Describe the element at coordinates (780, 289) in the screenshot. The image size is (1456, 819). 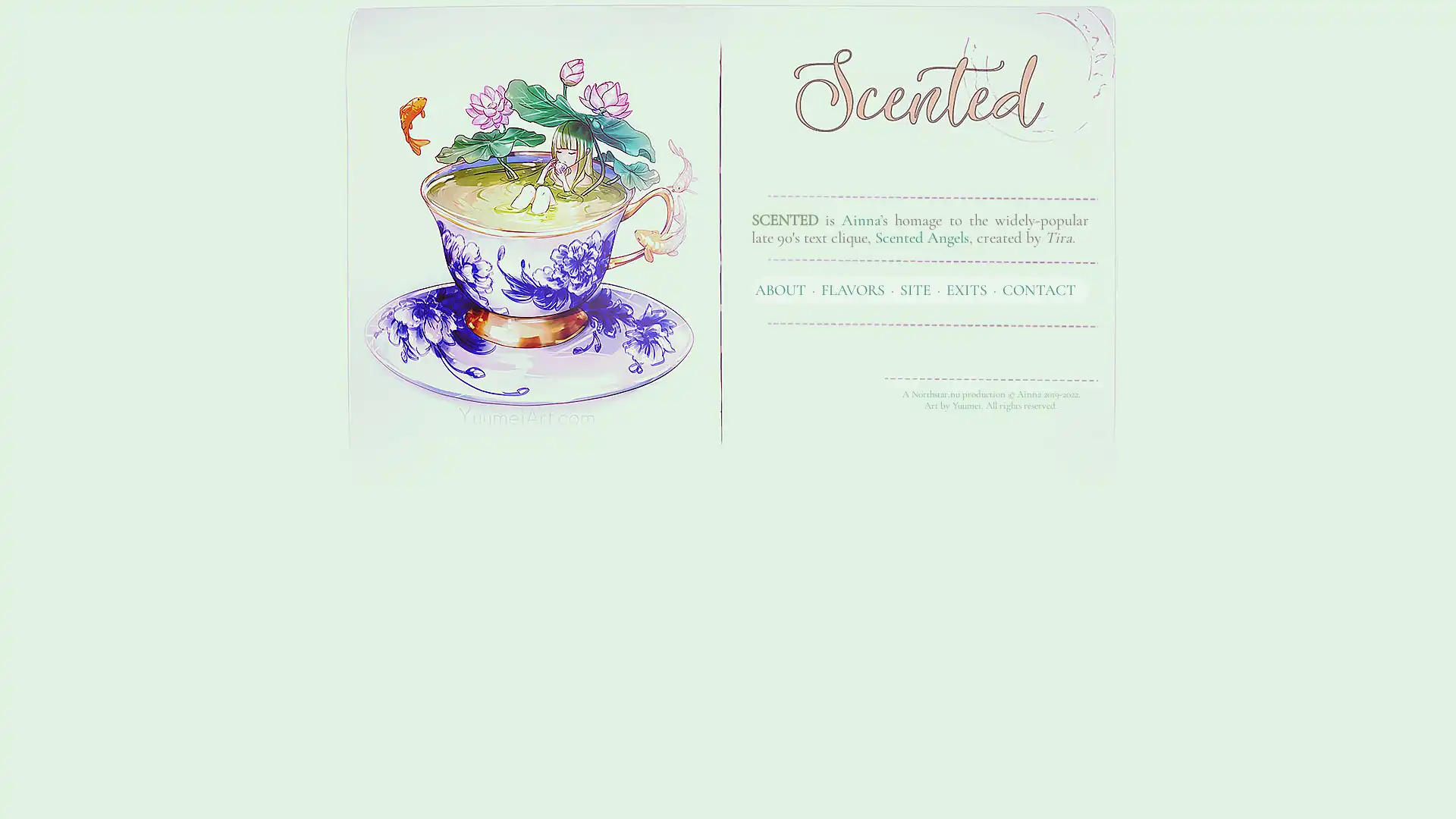
I see `ABOUT` at that location.